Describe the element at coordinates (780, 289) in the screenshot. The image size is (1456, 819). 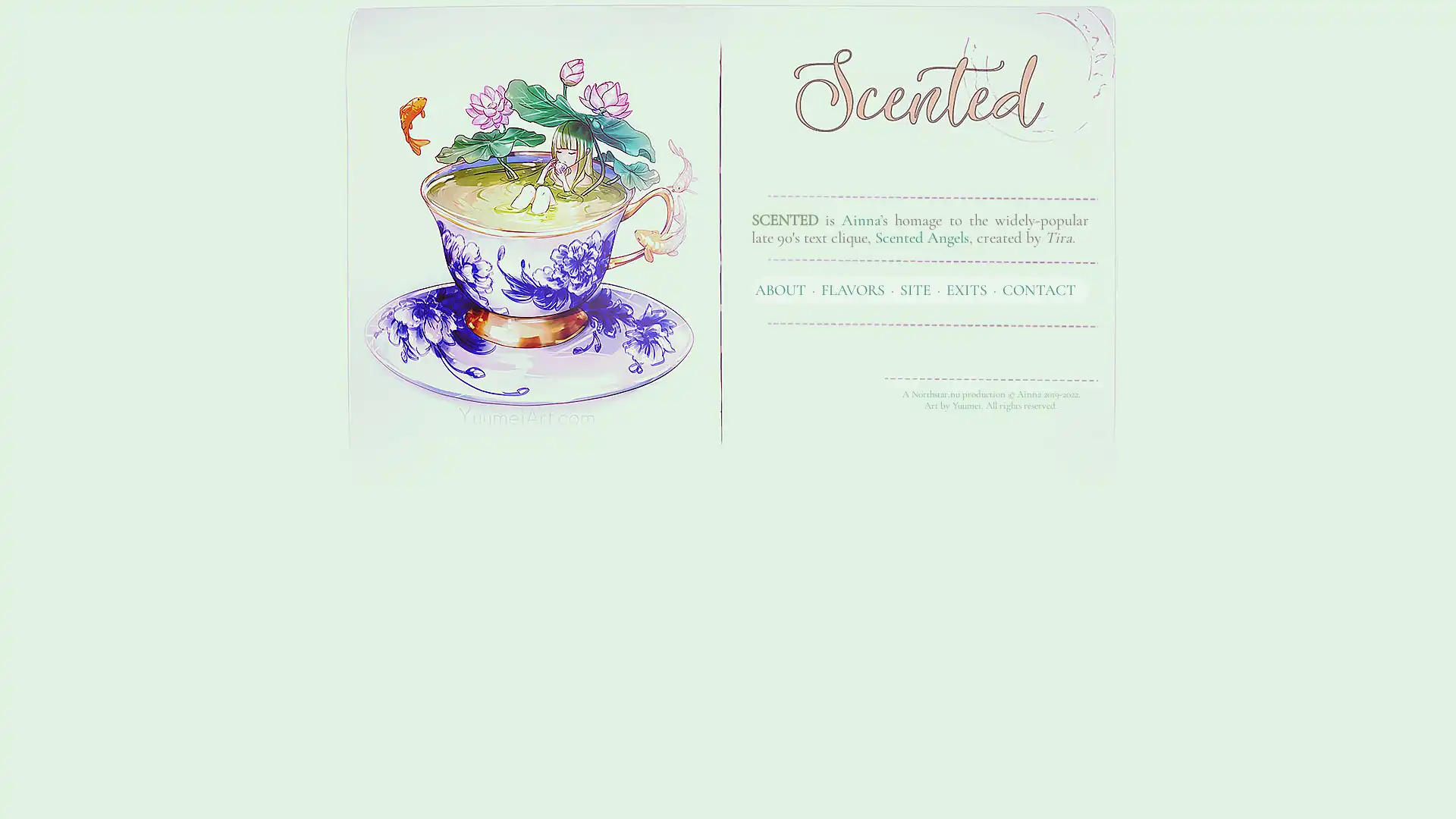
I see `ABOUT` at that location.